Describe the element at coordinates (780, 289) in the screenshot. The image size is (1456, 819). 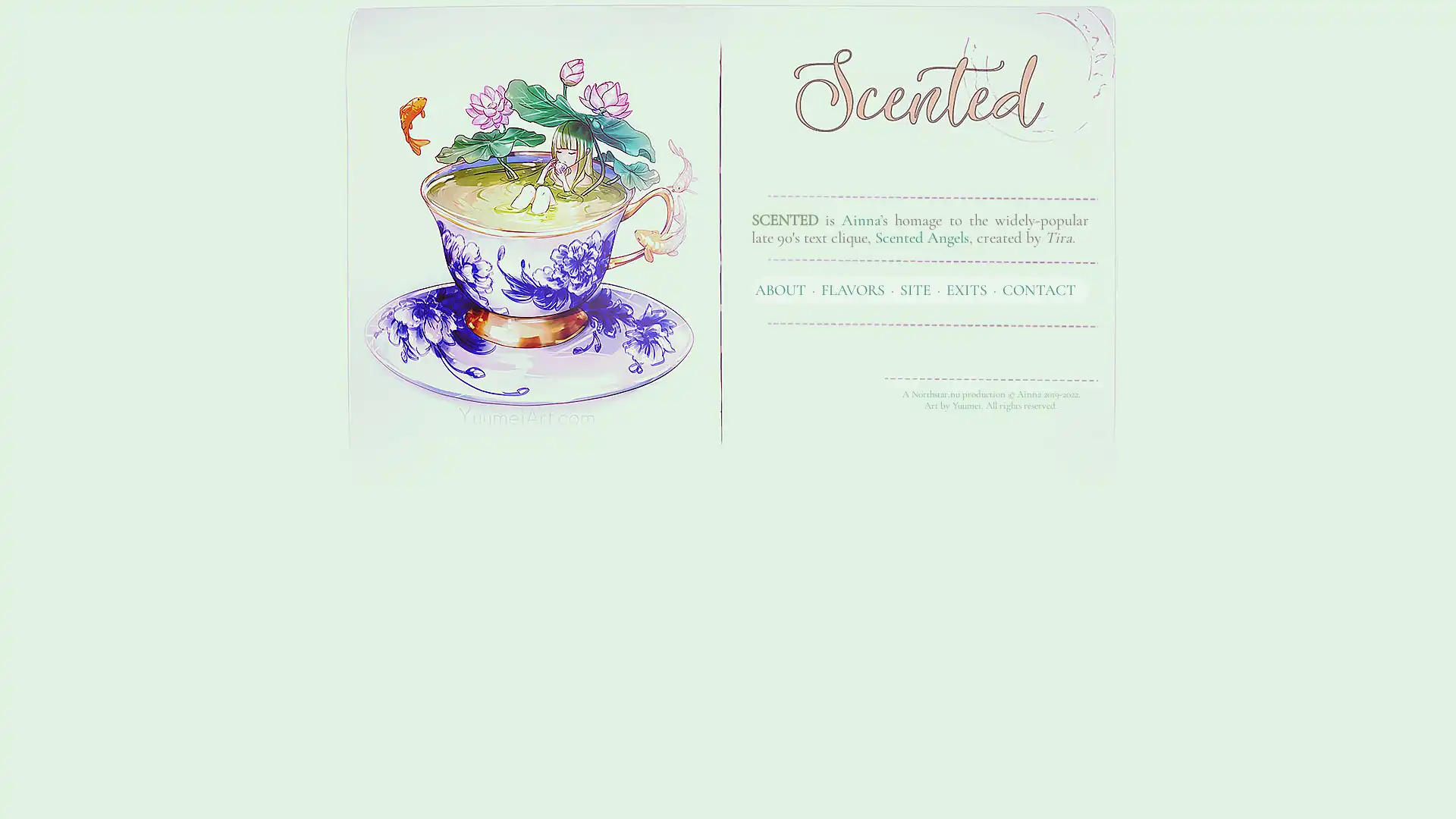
I see `ABOUT` at that location.